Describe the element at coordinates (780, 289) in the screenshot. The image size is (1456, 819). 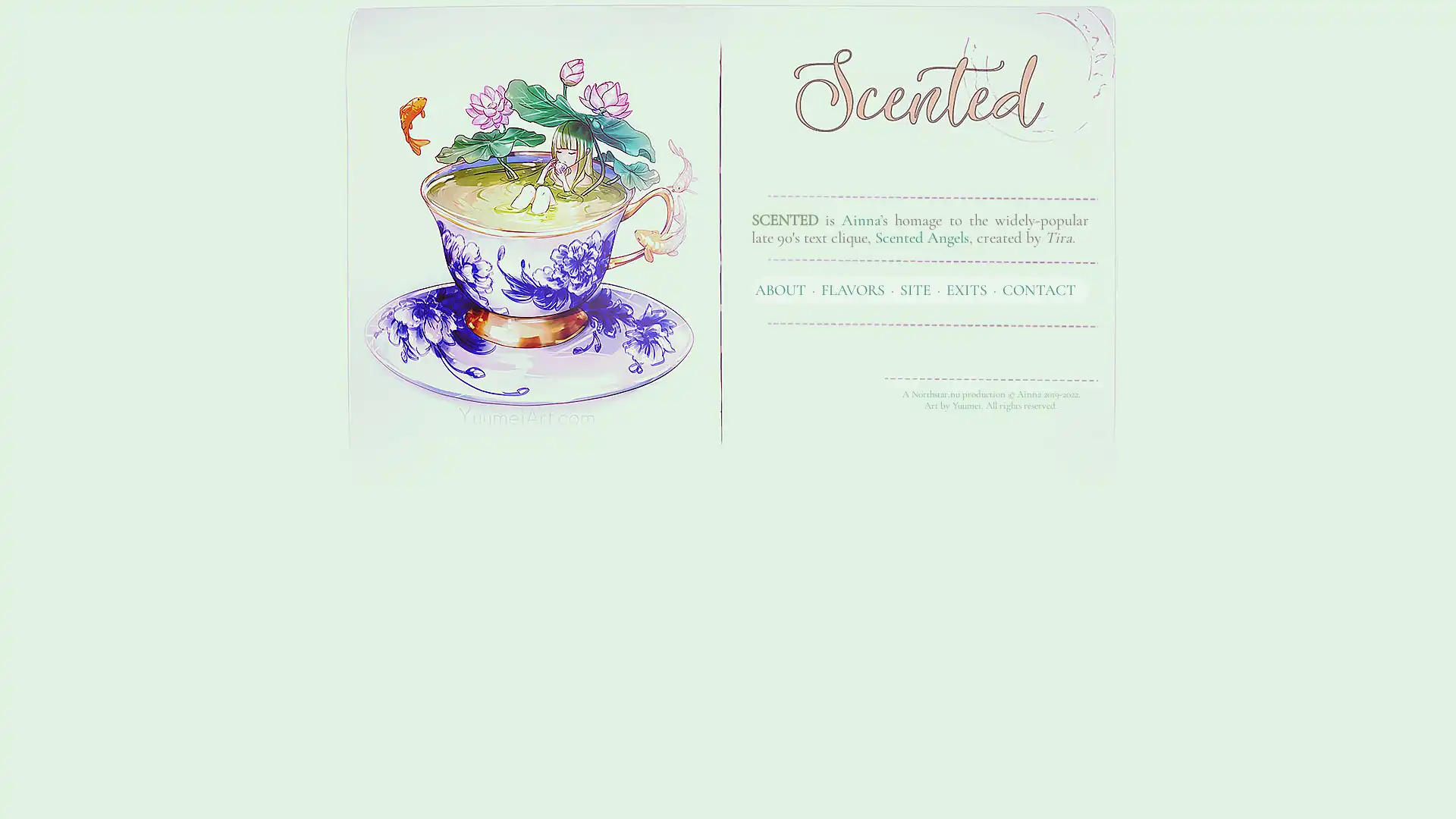
I see `ABOUT` at that location.